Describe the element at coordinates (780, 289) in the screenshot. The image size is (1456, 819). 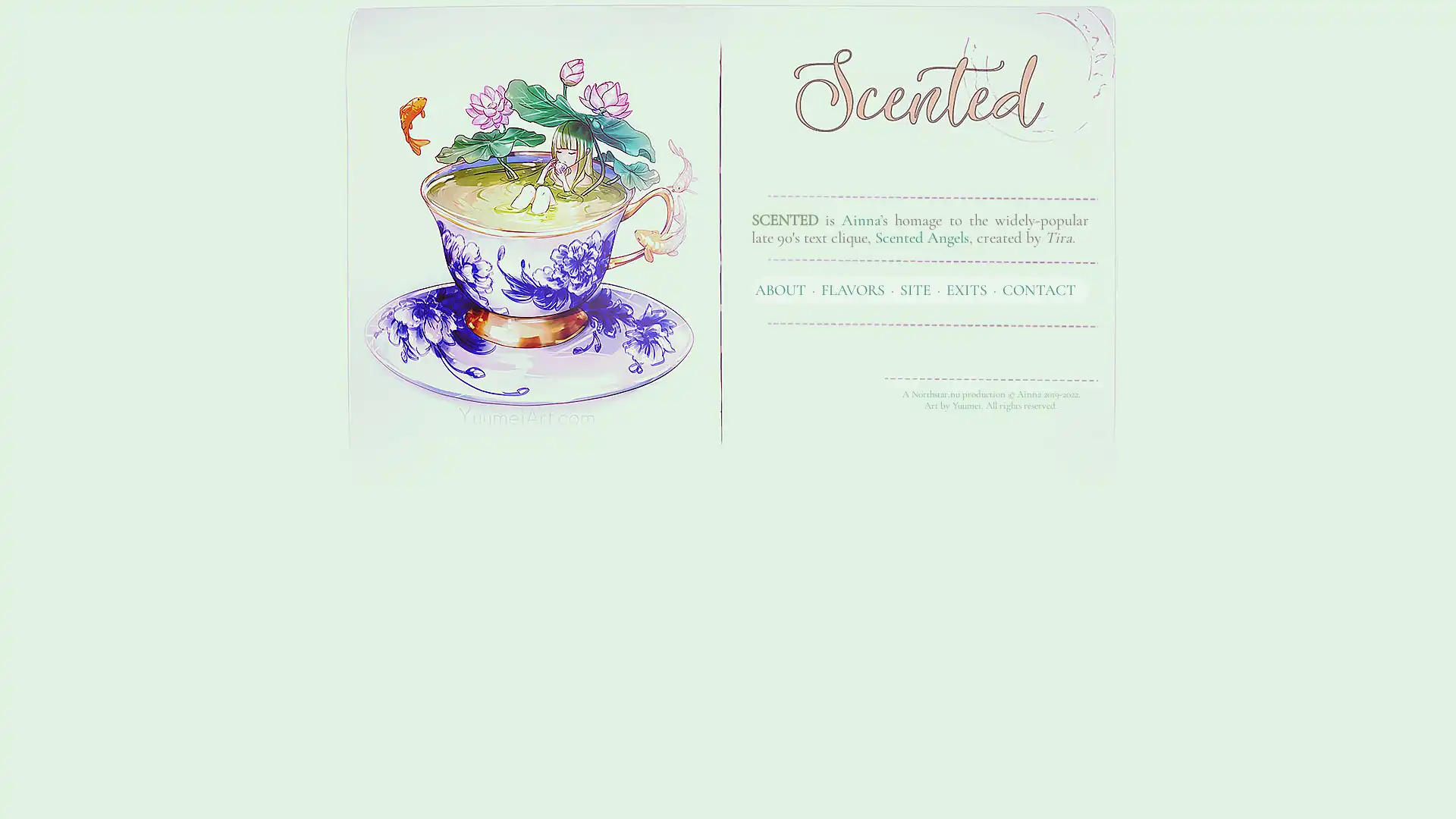
I see `ABOUT` at that location.